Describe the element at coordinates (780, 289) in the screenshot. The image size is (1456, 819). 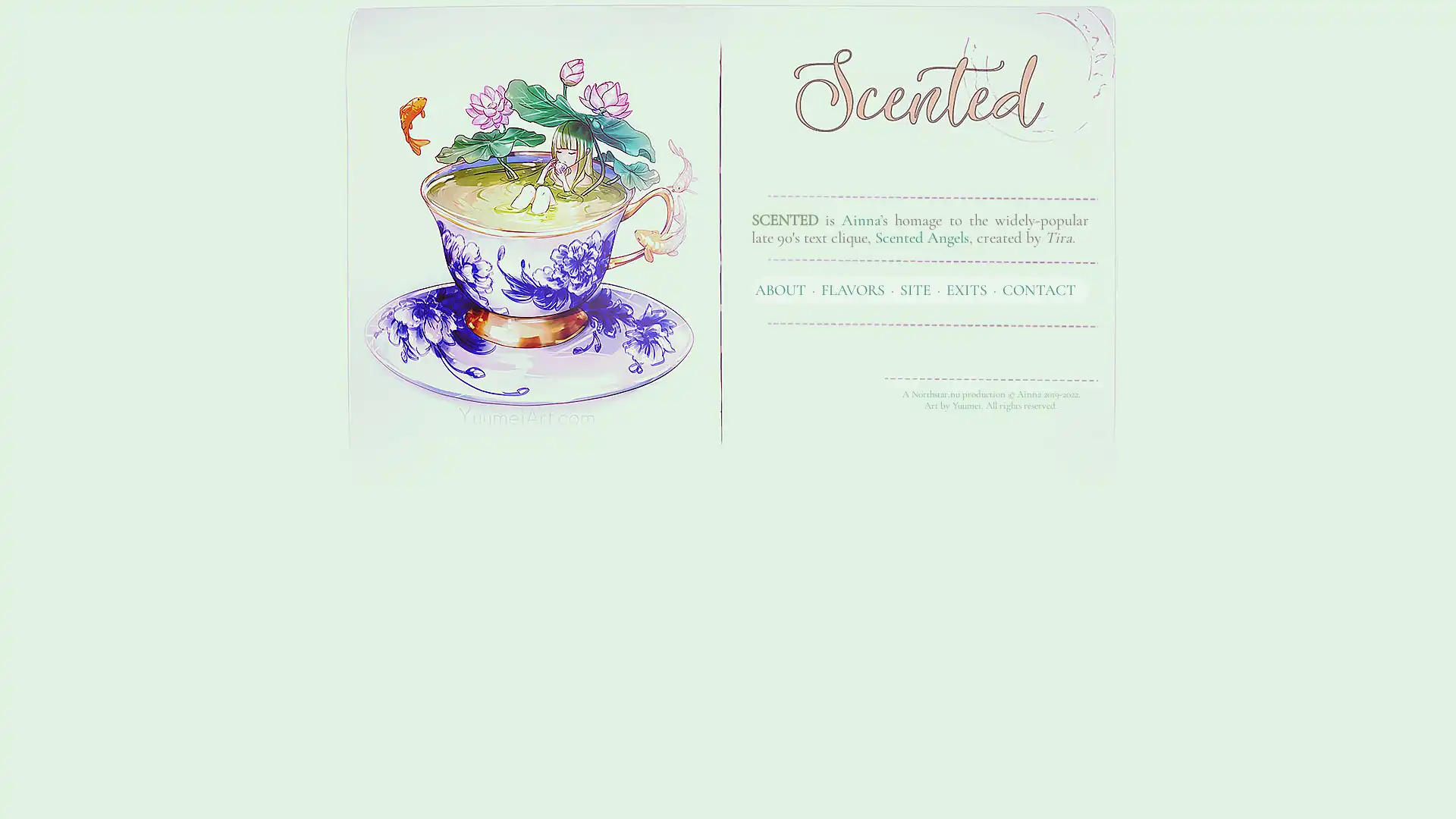
I see `ABOUT` at that location.